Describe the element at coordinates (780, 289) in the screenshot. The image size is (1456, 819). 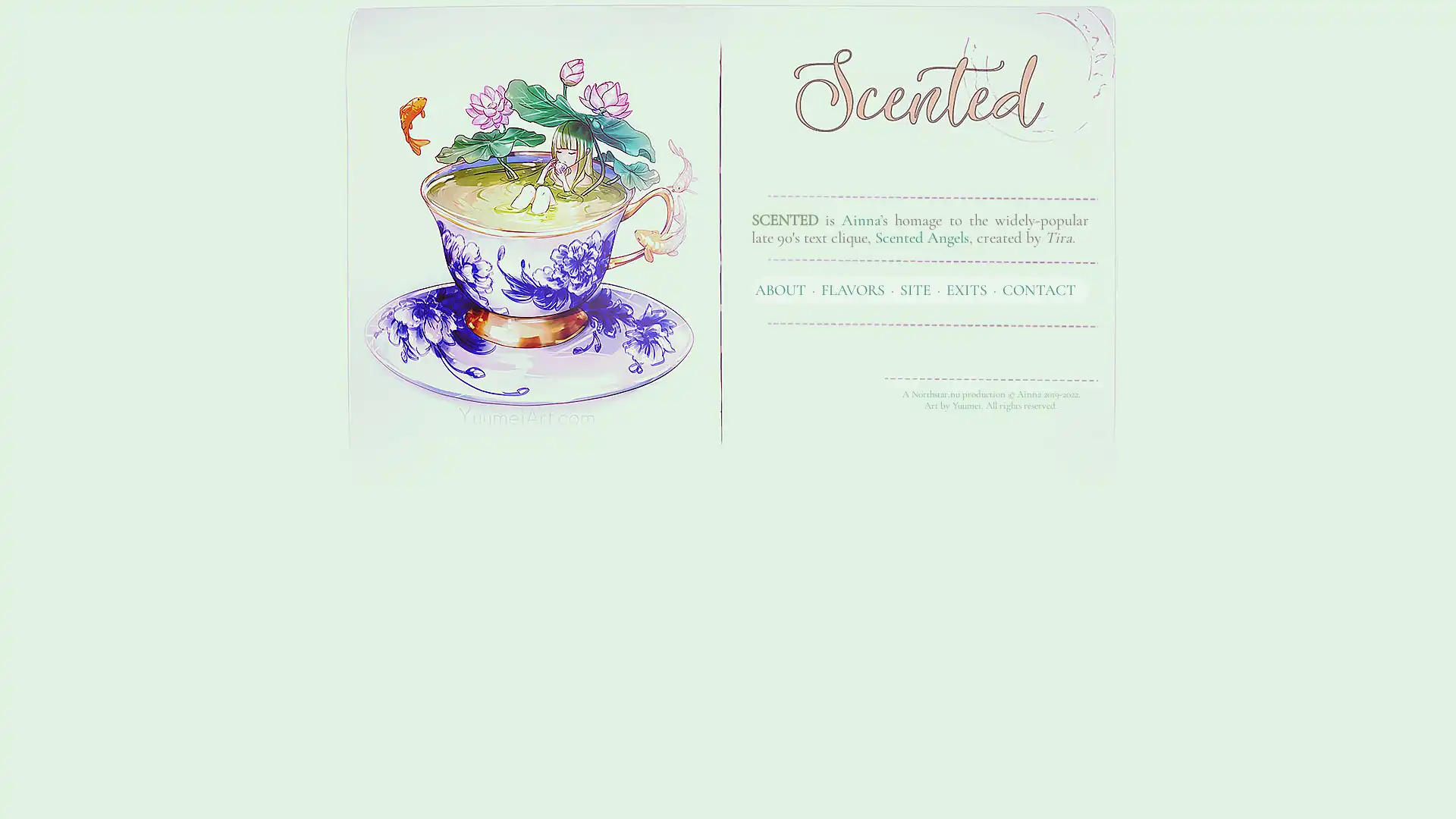
I see `ABOUT` at that location.